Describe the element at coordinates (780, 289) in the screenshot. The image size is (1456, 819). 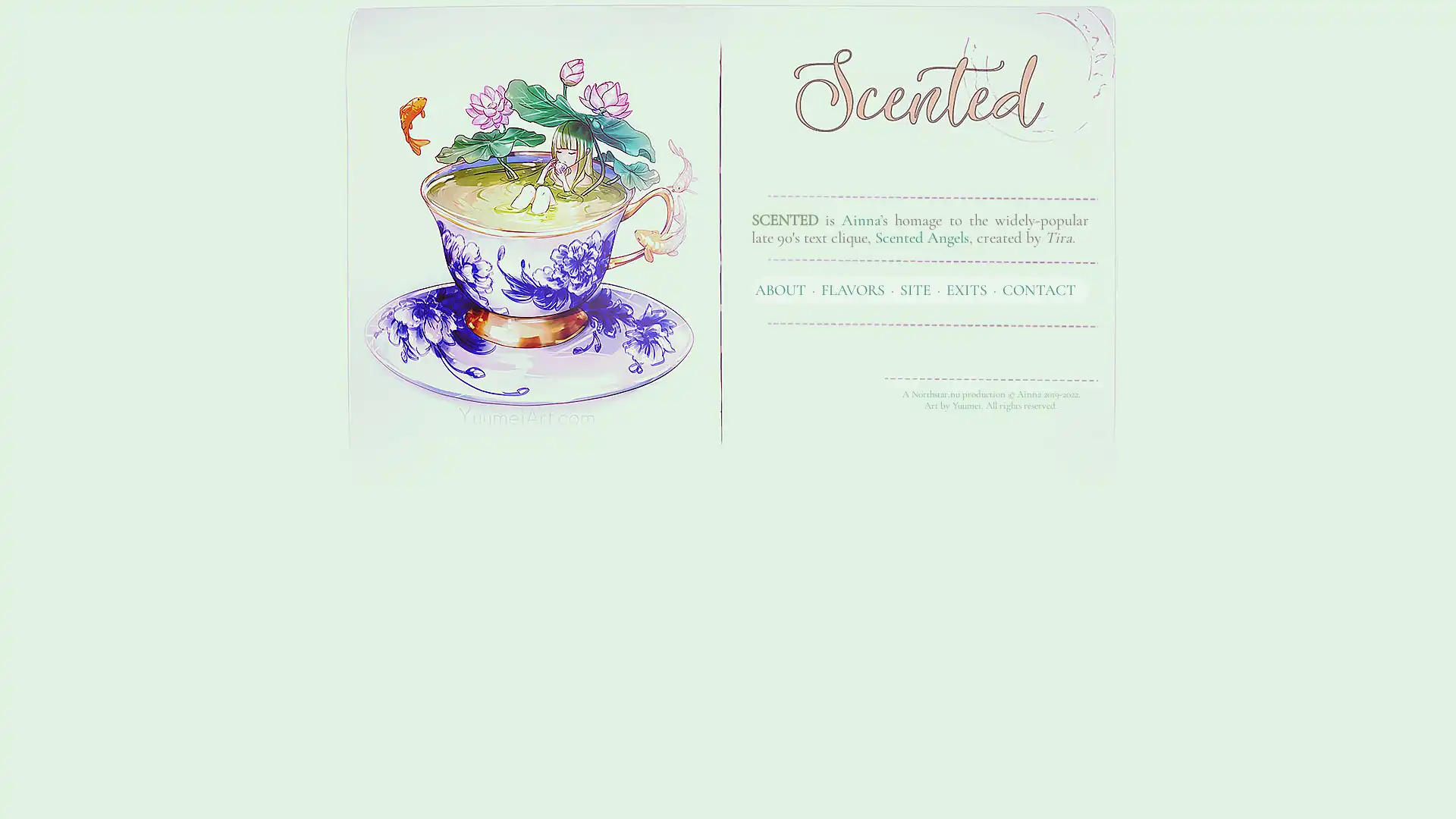
I see `ABOUT` at that location.